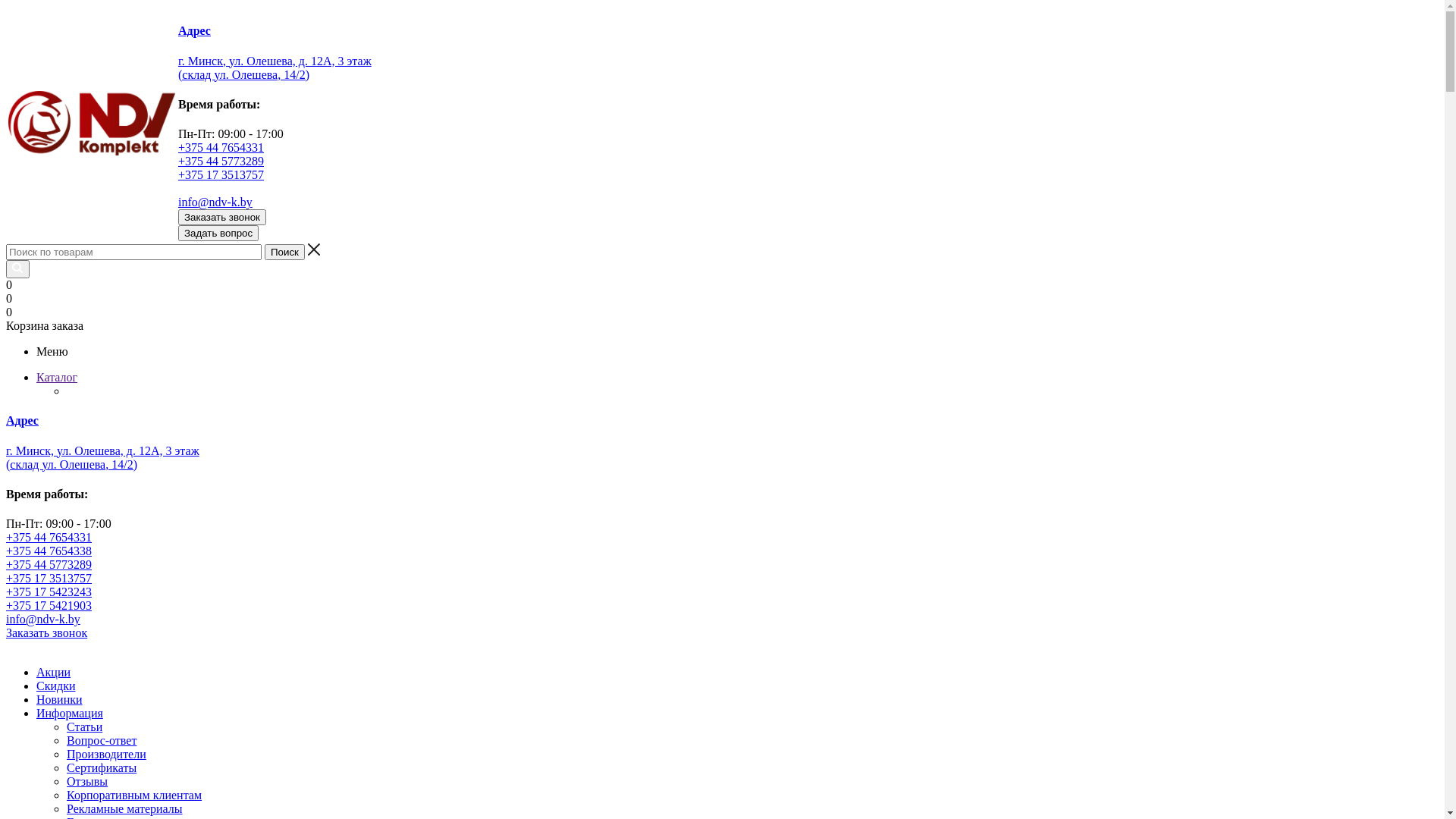 The image size is (1456, 819). What do you see at coordinates (49, 591) in the screenshot?
I see `'+375 17 5423243'` at bounding box center [49, 591].